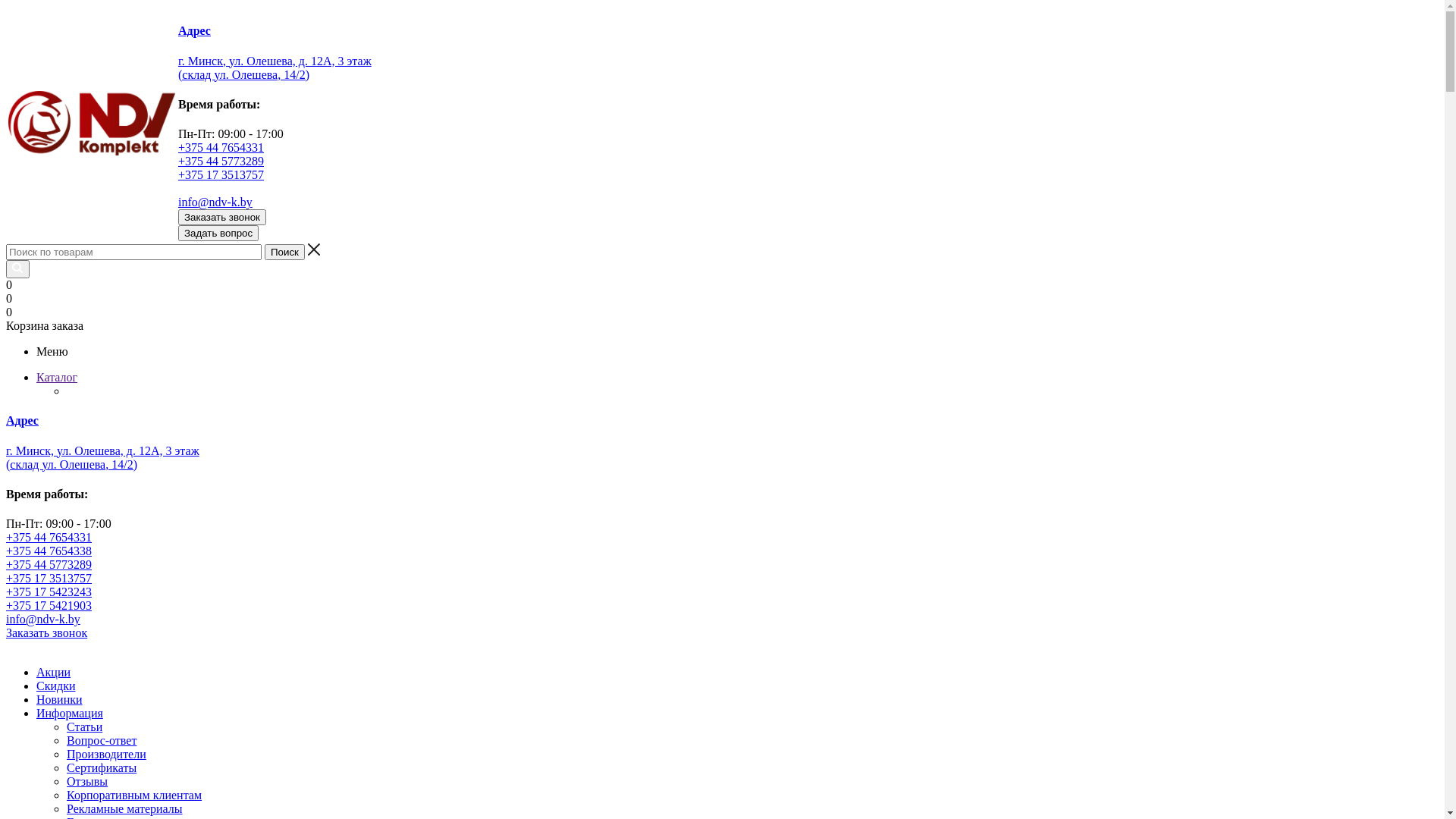 The image size is (1456, 819). What do you see at coordinates (49, 591) in the screenshot?
I see `'+375 17 5423243'` at bounding box center [49, 591].